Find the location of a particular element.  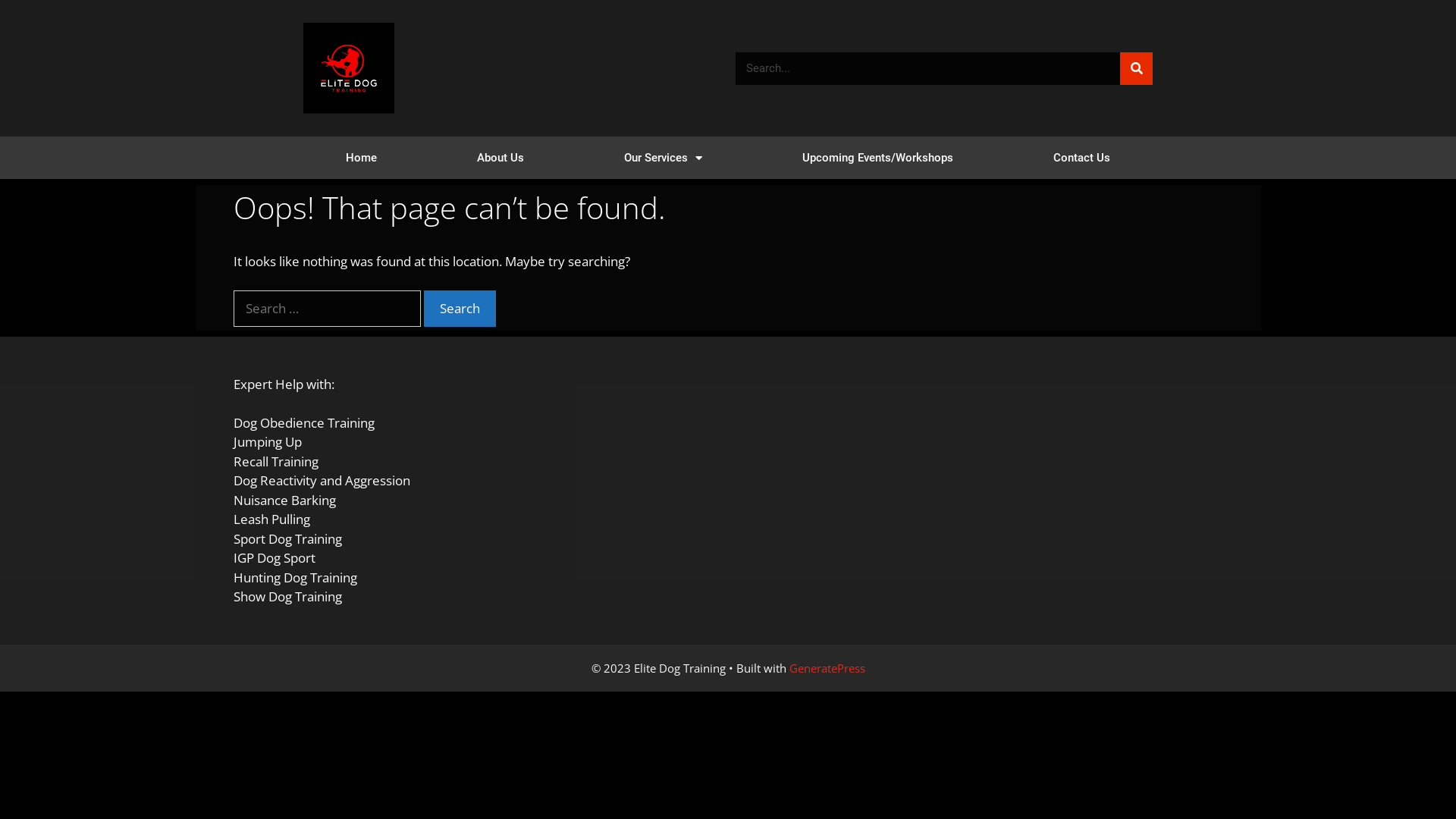

'Upcoming Events/Workshops' is located at coordinates (877, 158).